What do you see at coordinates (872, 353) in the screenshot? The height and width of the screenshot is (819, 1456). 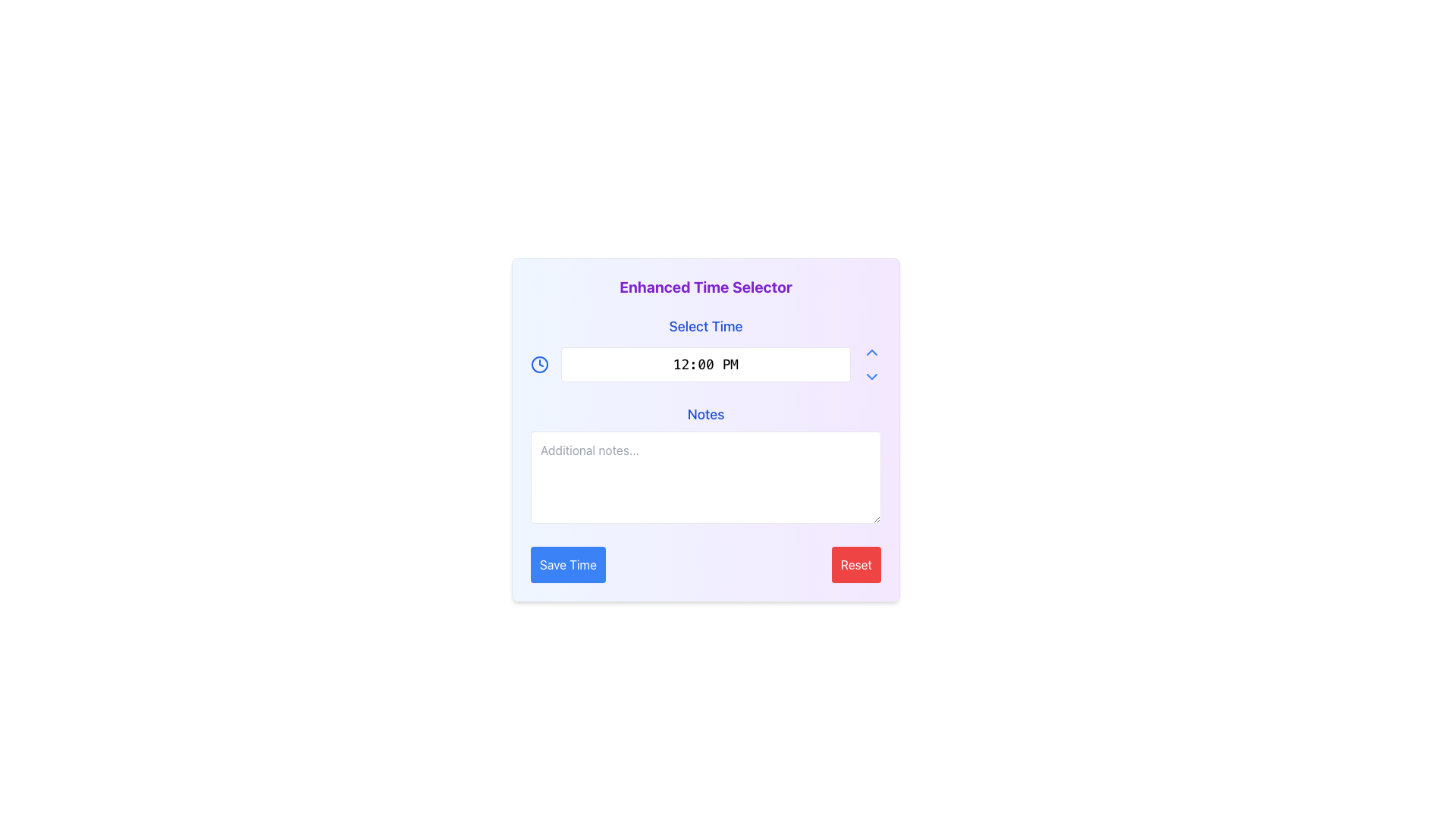 I see `the blue upward-facing chevron button located beside the time input box to increment the time` at bounding box center [872, 353].